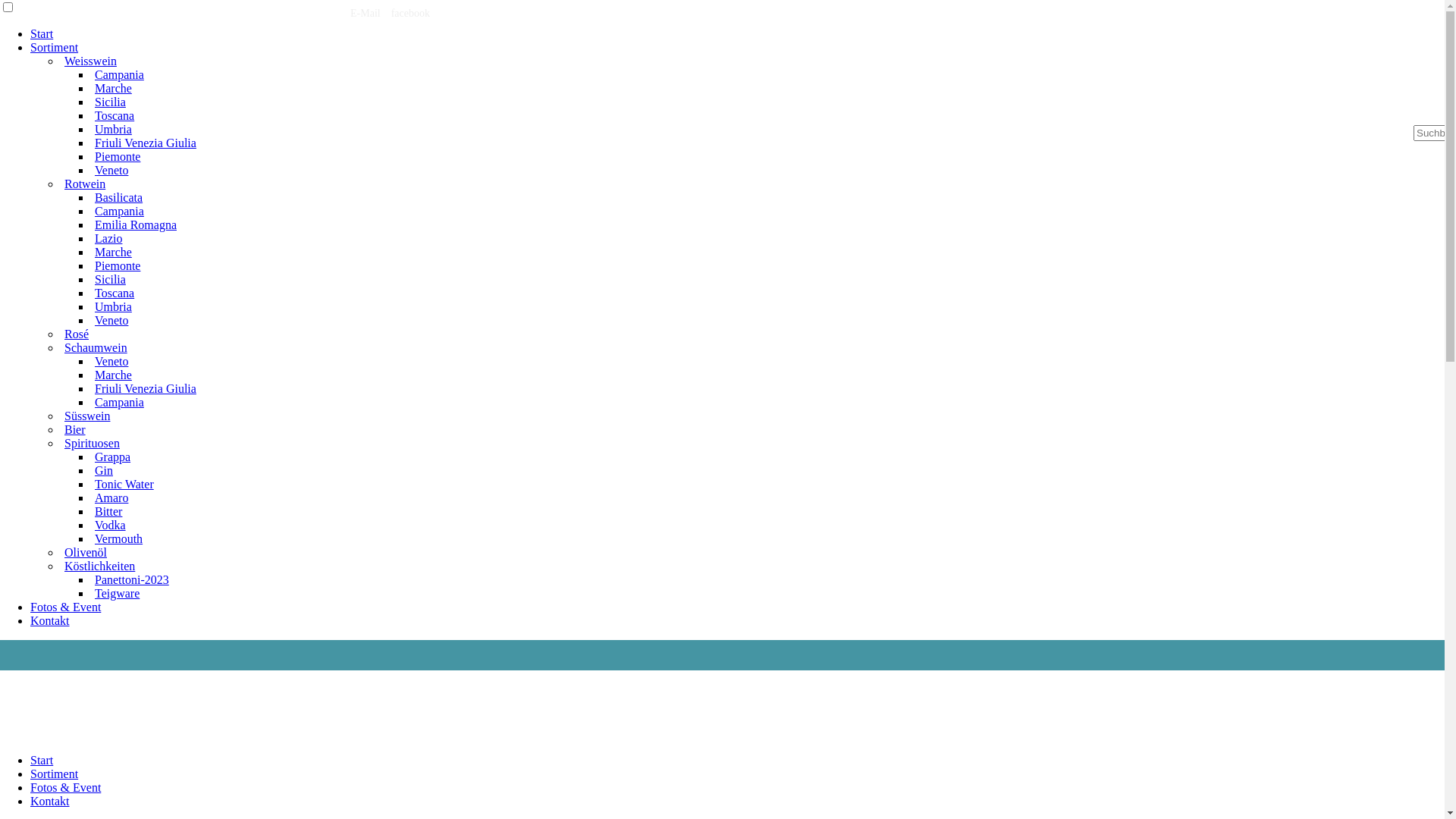 The image size is (1456, 819). I want to click on 'Fotos & Event', so click(64, 606).